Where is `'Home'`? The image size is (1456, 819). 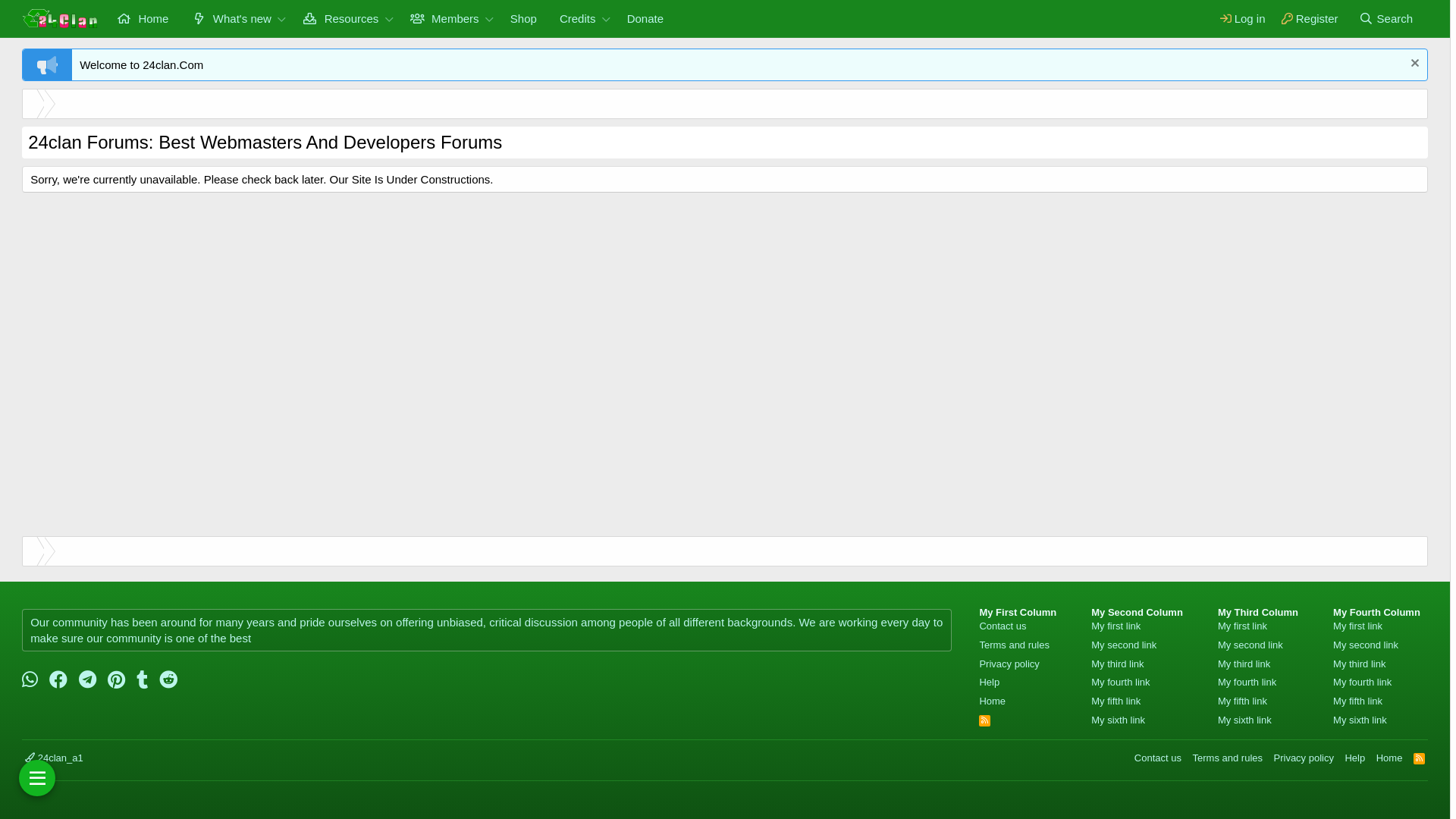
'Home' is located at coordinates (105, 18).